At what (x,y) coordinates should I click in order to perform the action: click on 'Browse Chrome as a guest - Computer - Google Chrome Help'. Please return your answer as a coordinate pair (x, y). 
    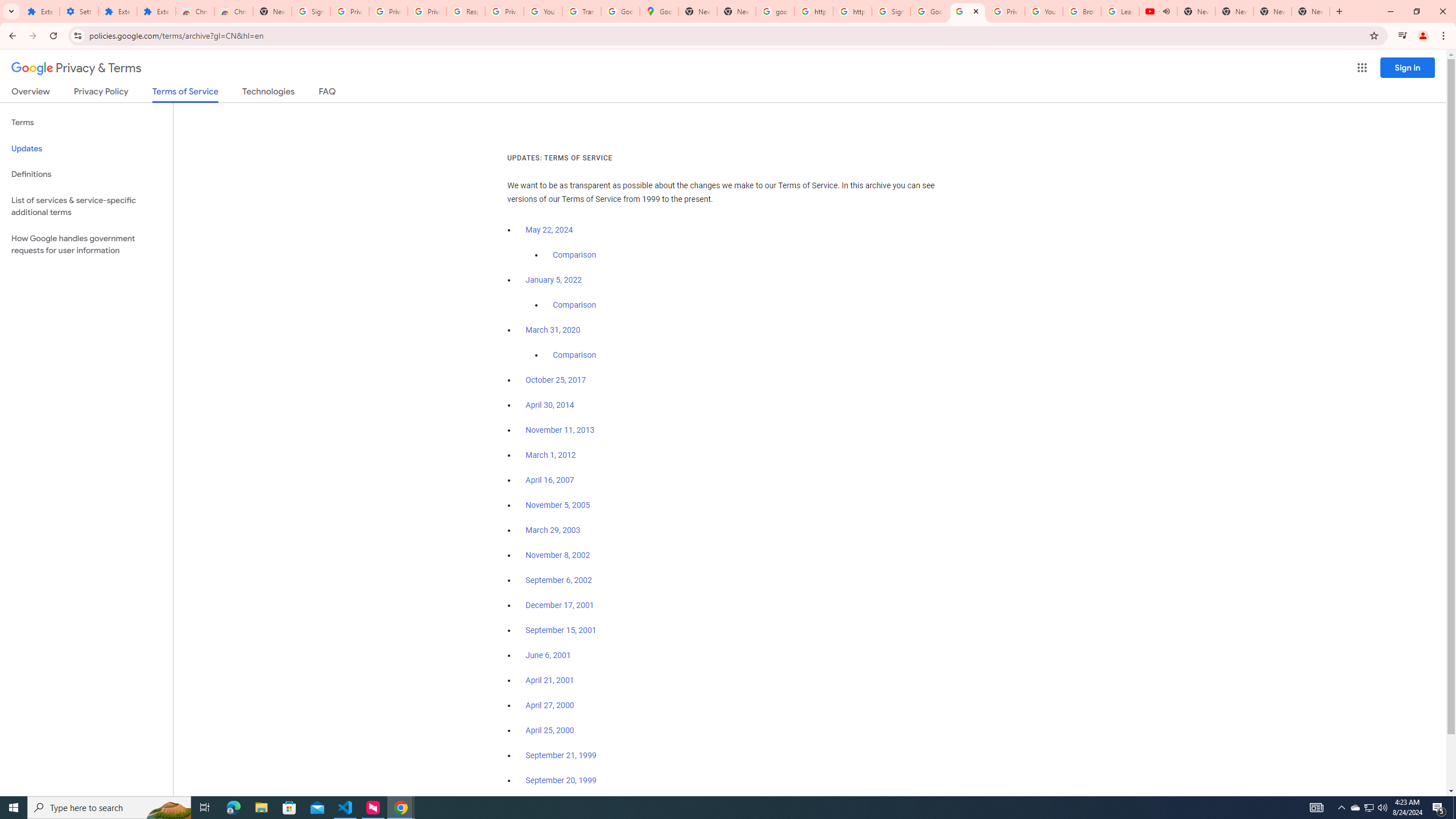
    Looking at the image, I should click on (1082, 11).